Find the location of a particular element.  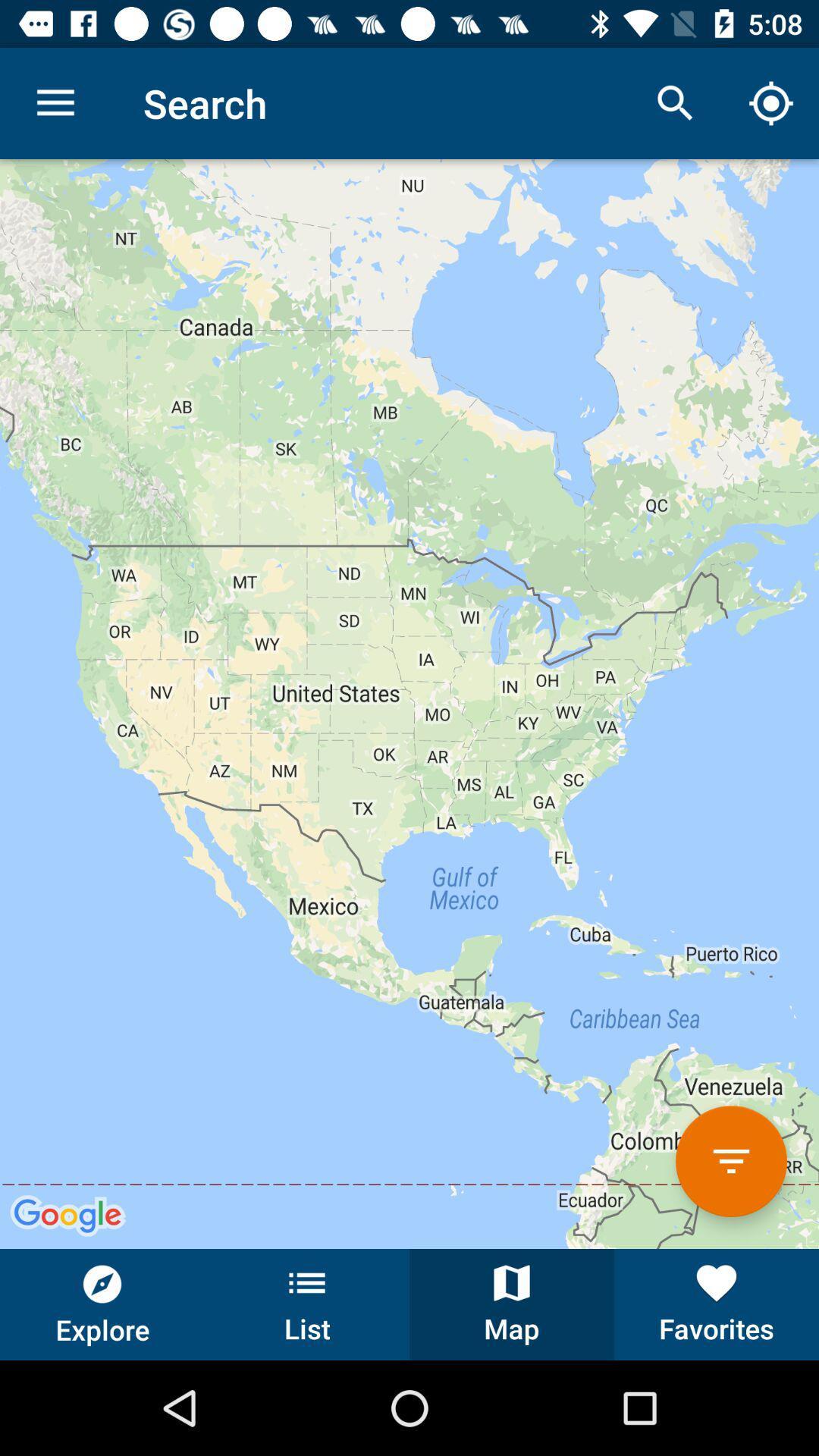

icon next to map item is located at coordinates (717, 1304).